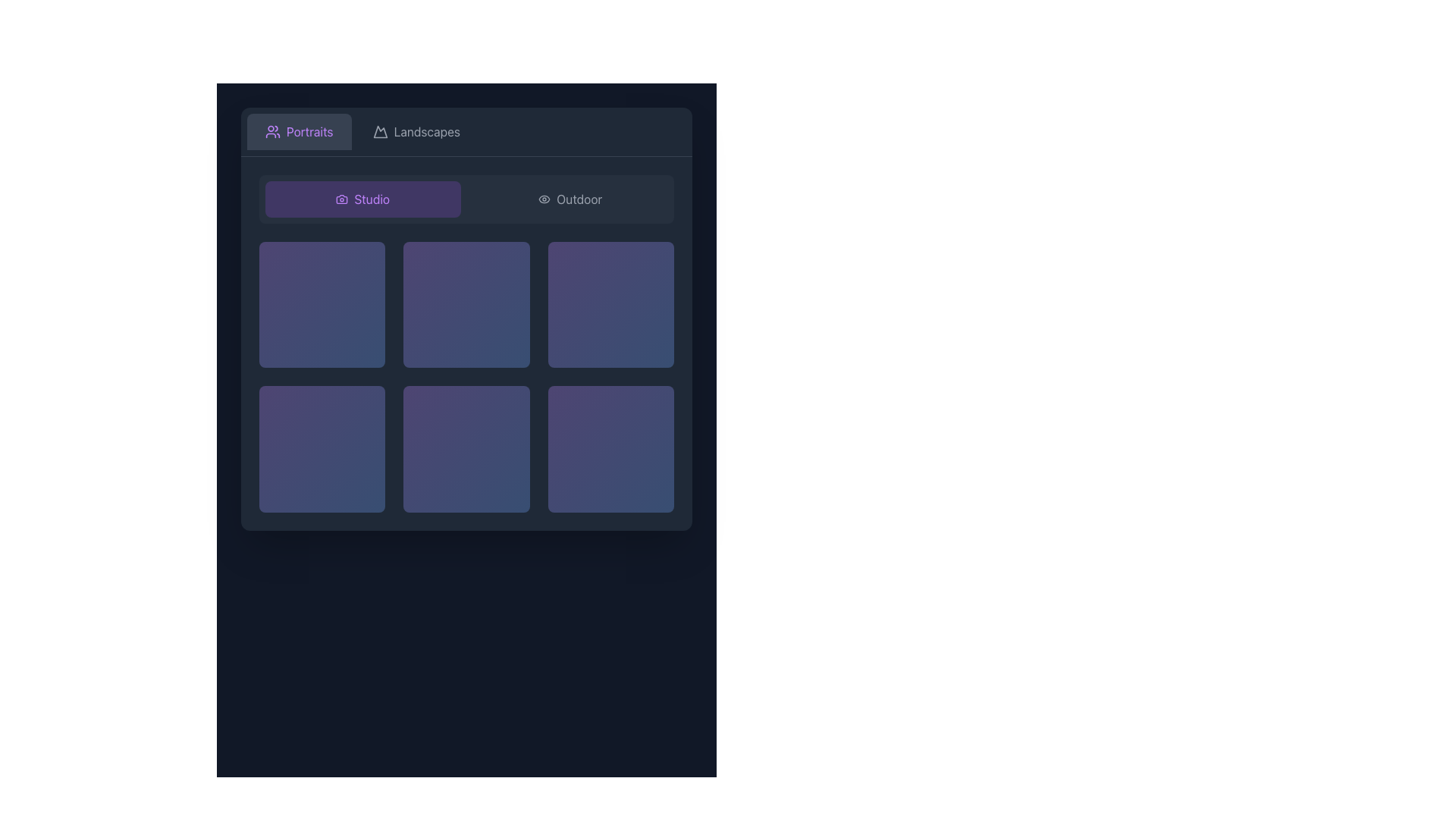  Describe the element at coordinates (309, 130) in the screenshot. I see `the 'Portraits' text label, which is styled in purple and located in the top-left section of the interface within a horizontal navigation tab` at that location.